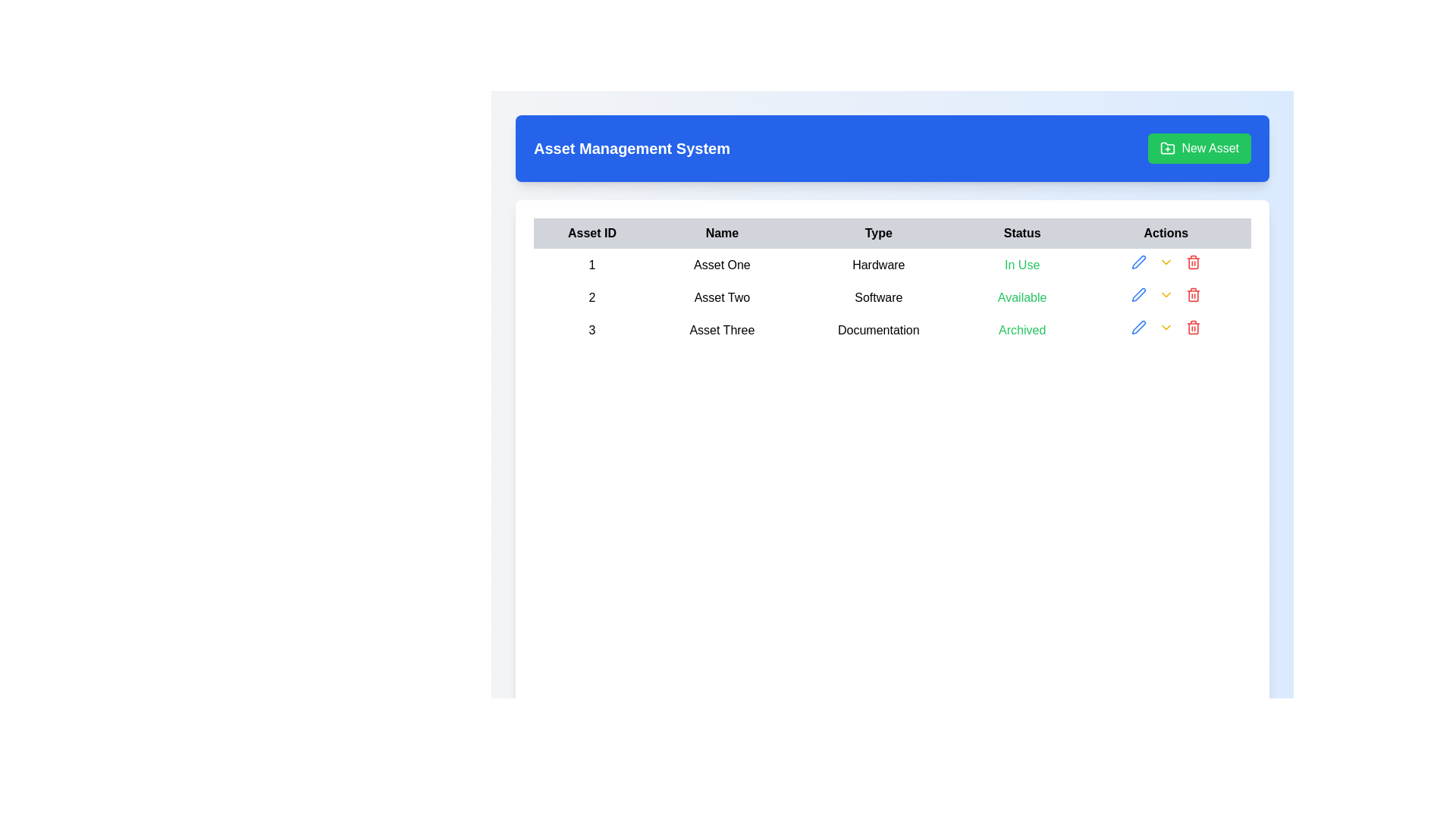  What do you see at coordinates (591, 264) in the screenshot?
I see `the cell containing the numeric value '1' in bold, located in the first row of the 'Asset ID' column of the table` at bounding box center [591, 264].